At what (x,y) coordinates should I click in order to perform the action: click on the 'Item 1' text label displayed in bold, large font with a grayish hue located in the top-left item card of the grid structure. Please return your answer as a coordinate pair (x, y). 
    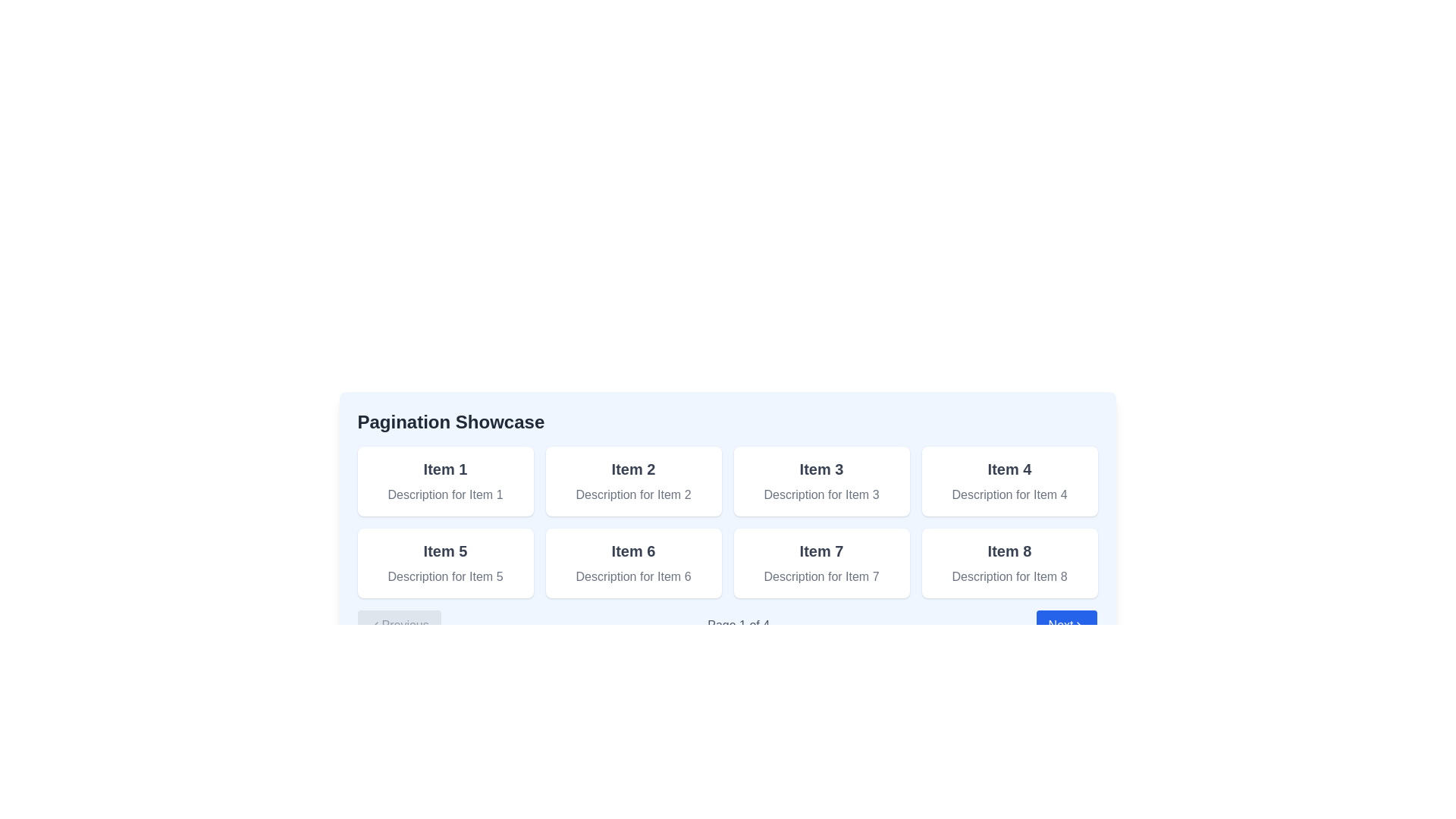
    Looking at the image, I should click on (444, 468).